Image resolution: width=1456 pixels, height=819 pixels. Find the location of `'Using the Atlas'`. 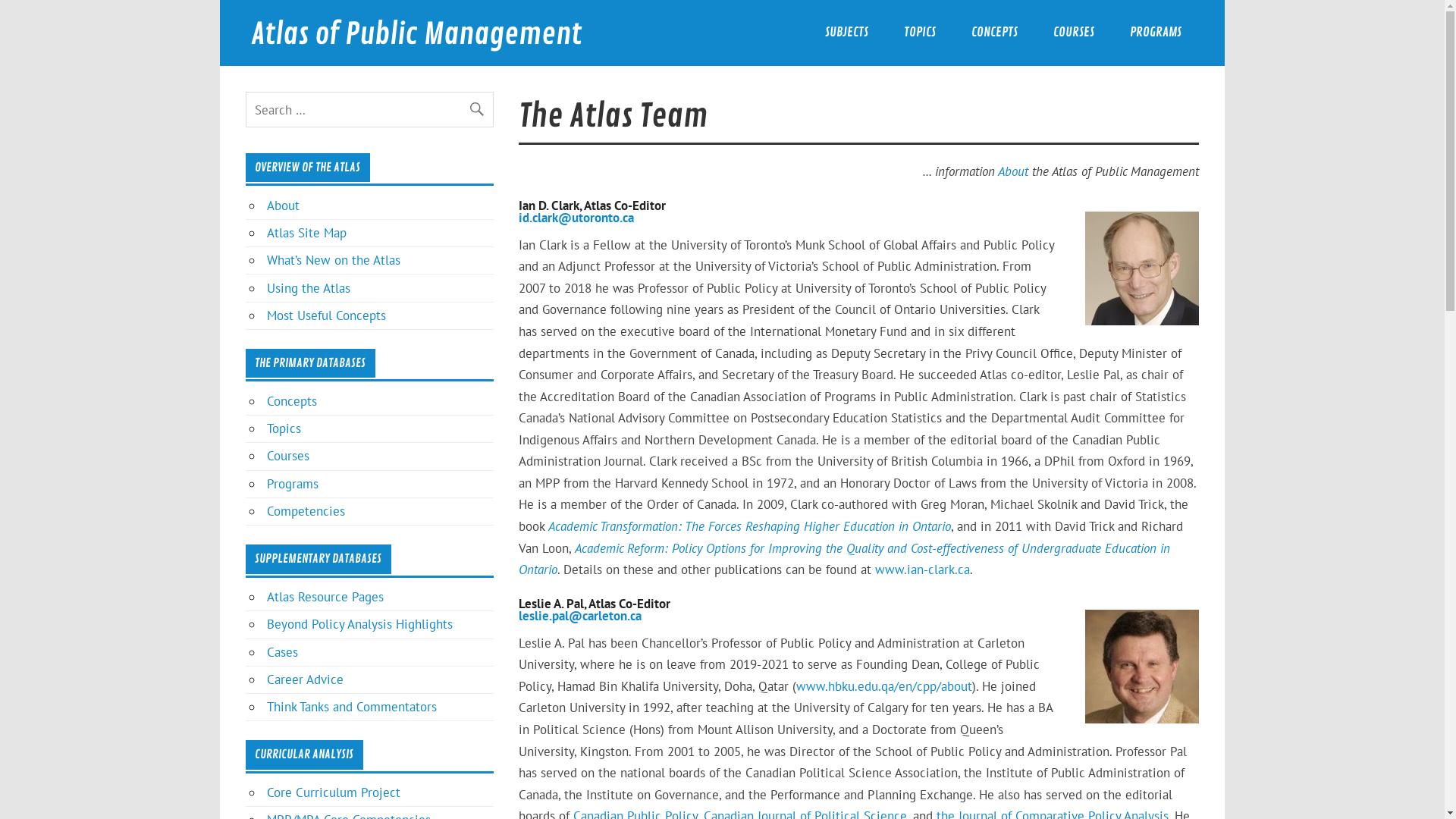

'Using the Atlas' is located at coordinates (308, 288).